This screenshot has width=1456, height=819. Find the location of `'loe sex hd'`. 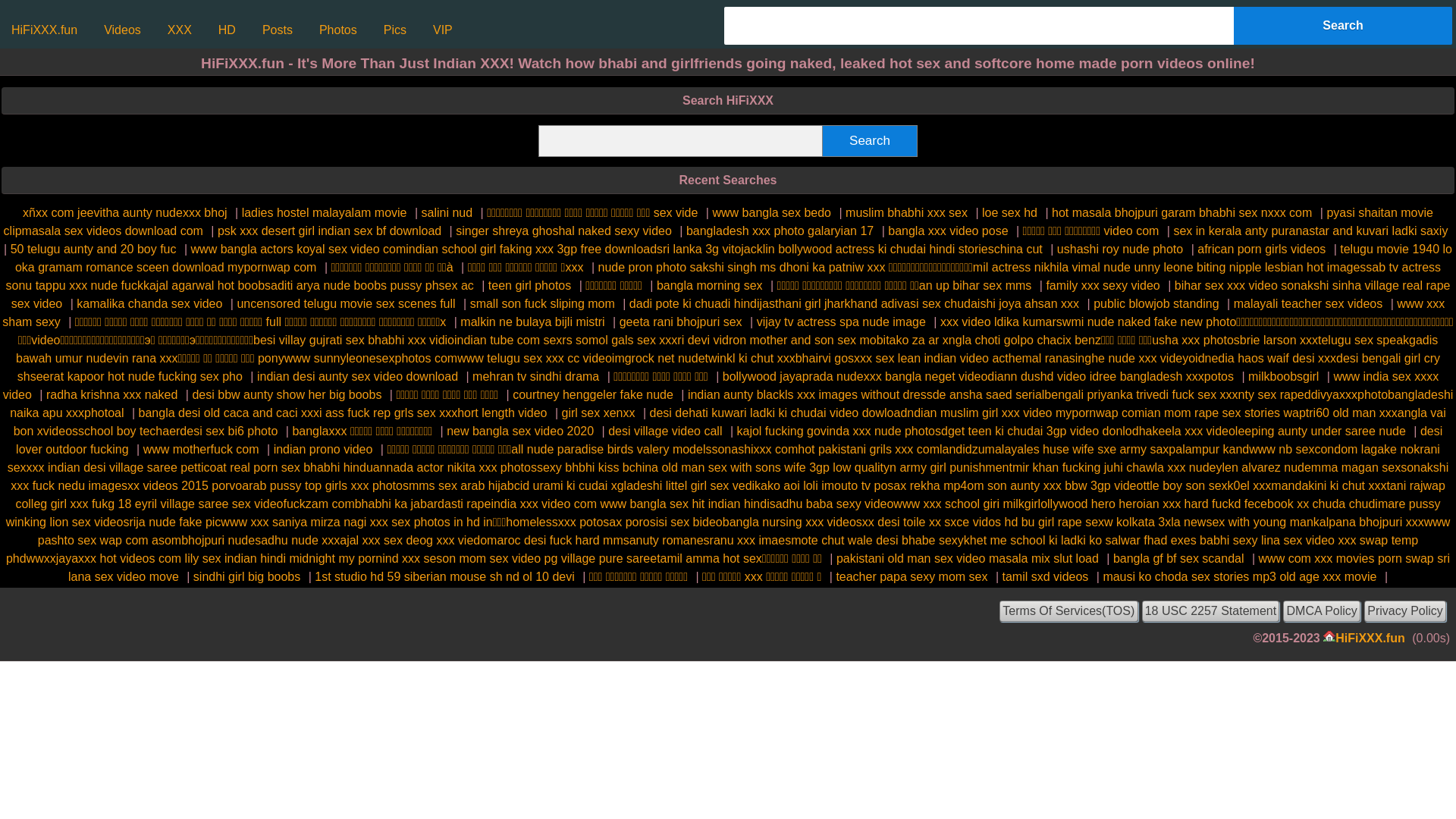

'loe sex hd' is located at coordinates (1009, 212).